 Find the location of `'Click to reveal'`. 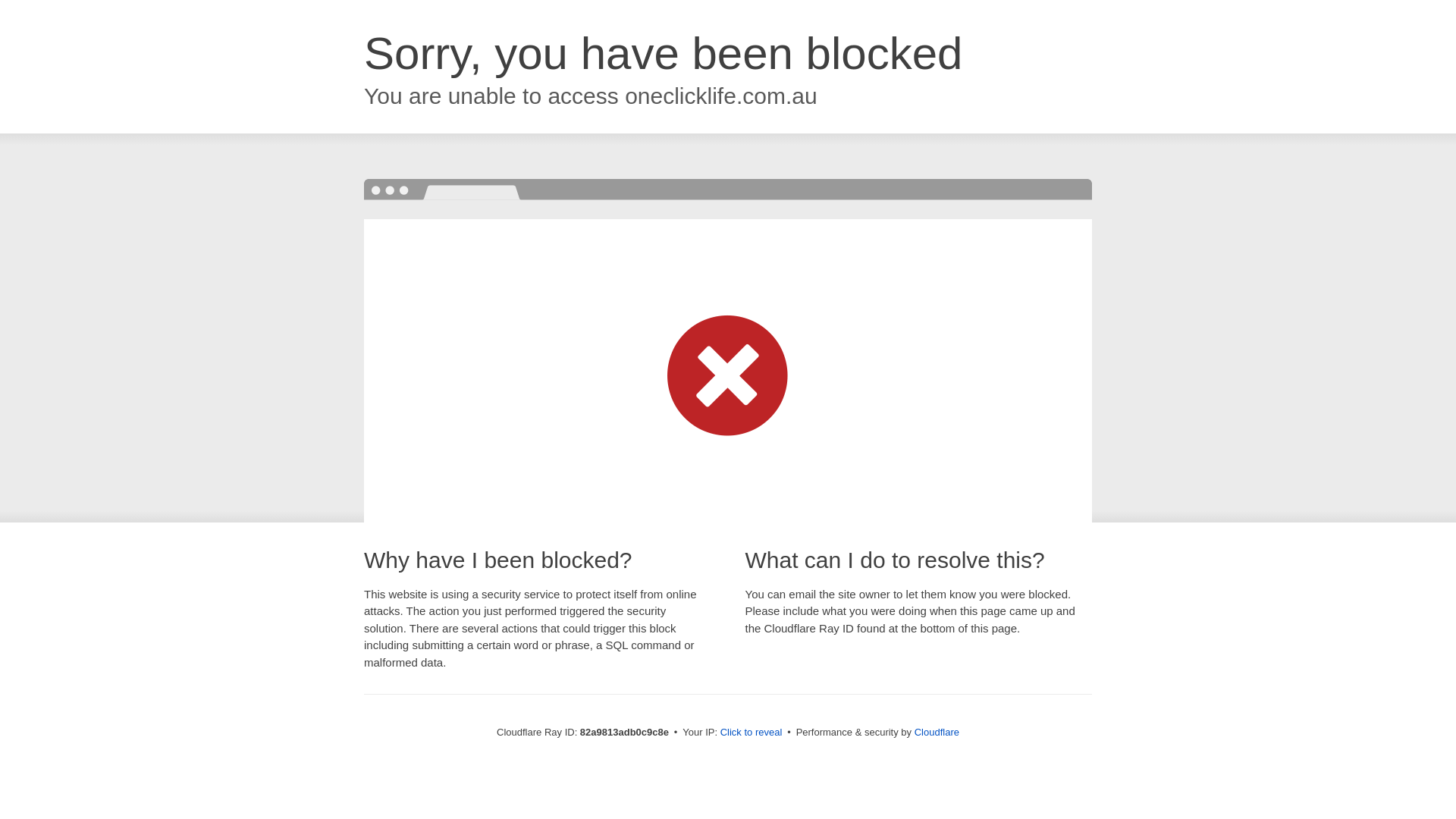

'Click to reveal' is located at coordinates (751, 731).